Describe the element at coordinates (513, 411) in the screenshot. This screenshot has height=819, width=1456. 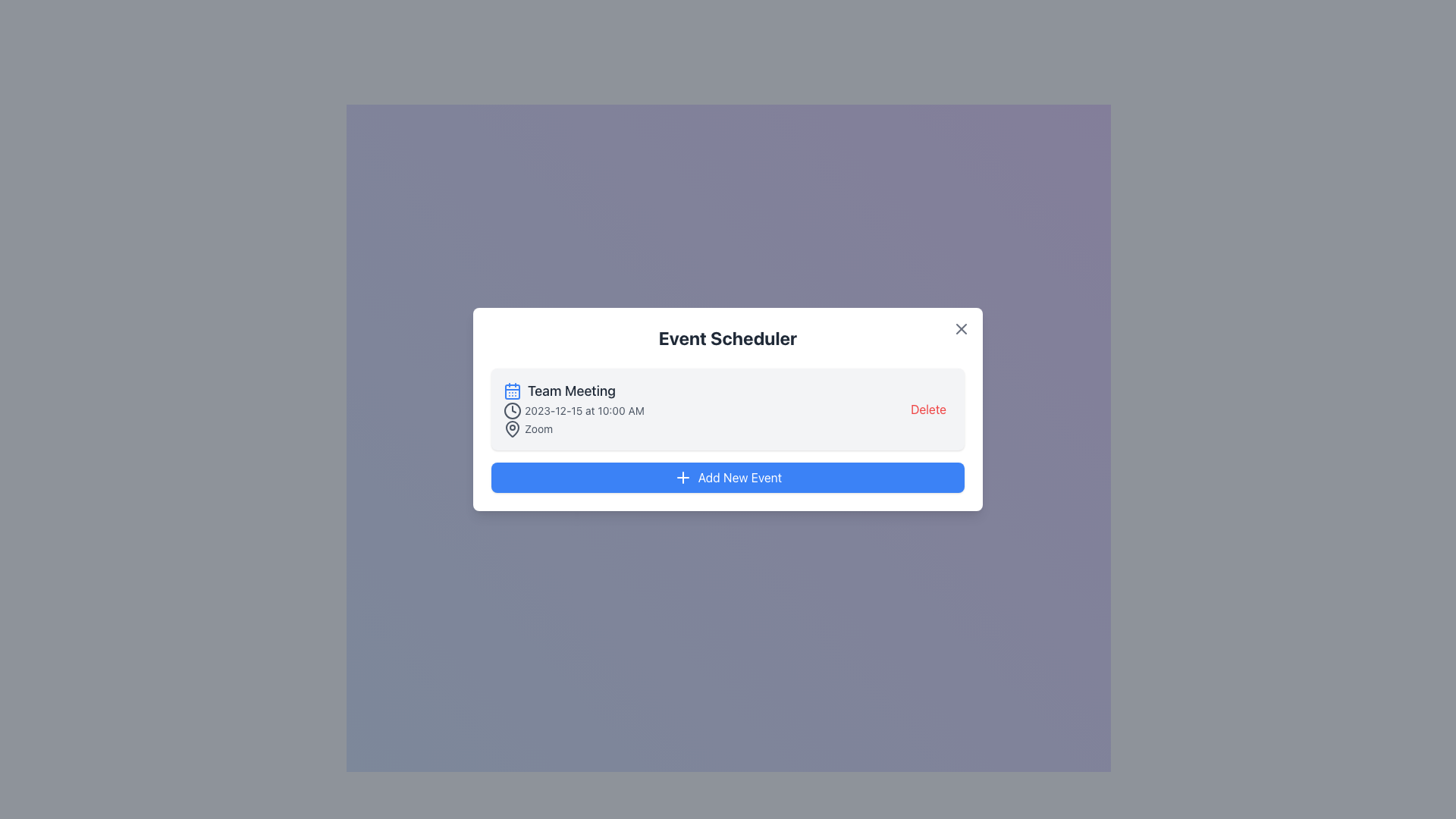
I see `the circular clock icon that represents time, located next to the scheduled event details text` at that location.